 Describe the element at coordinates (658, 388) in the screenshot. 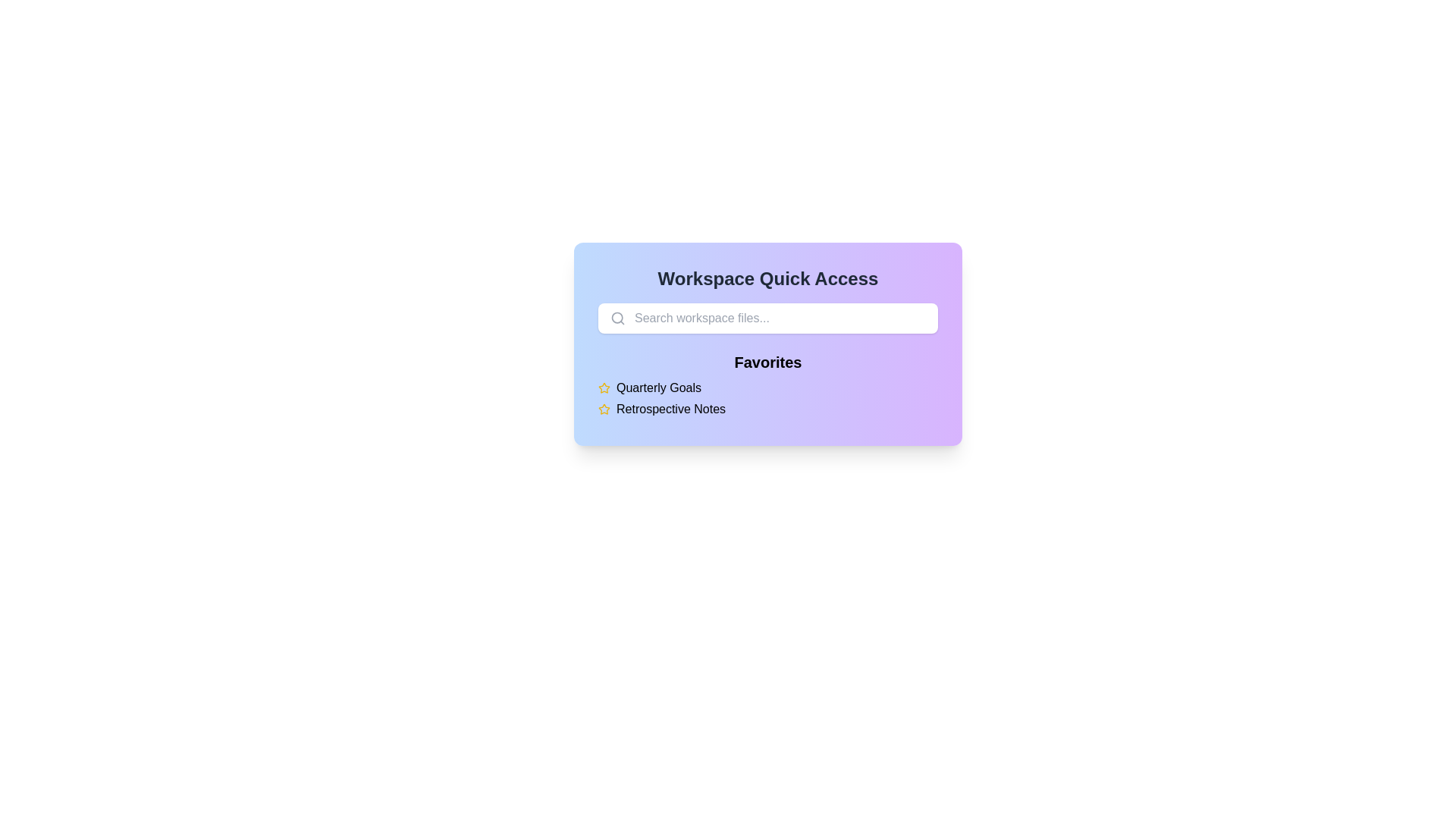

I see `the first Text label in the 'Favorites' list to focus or select the corresponding item` at that location.